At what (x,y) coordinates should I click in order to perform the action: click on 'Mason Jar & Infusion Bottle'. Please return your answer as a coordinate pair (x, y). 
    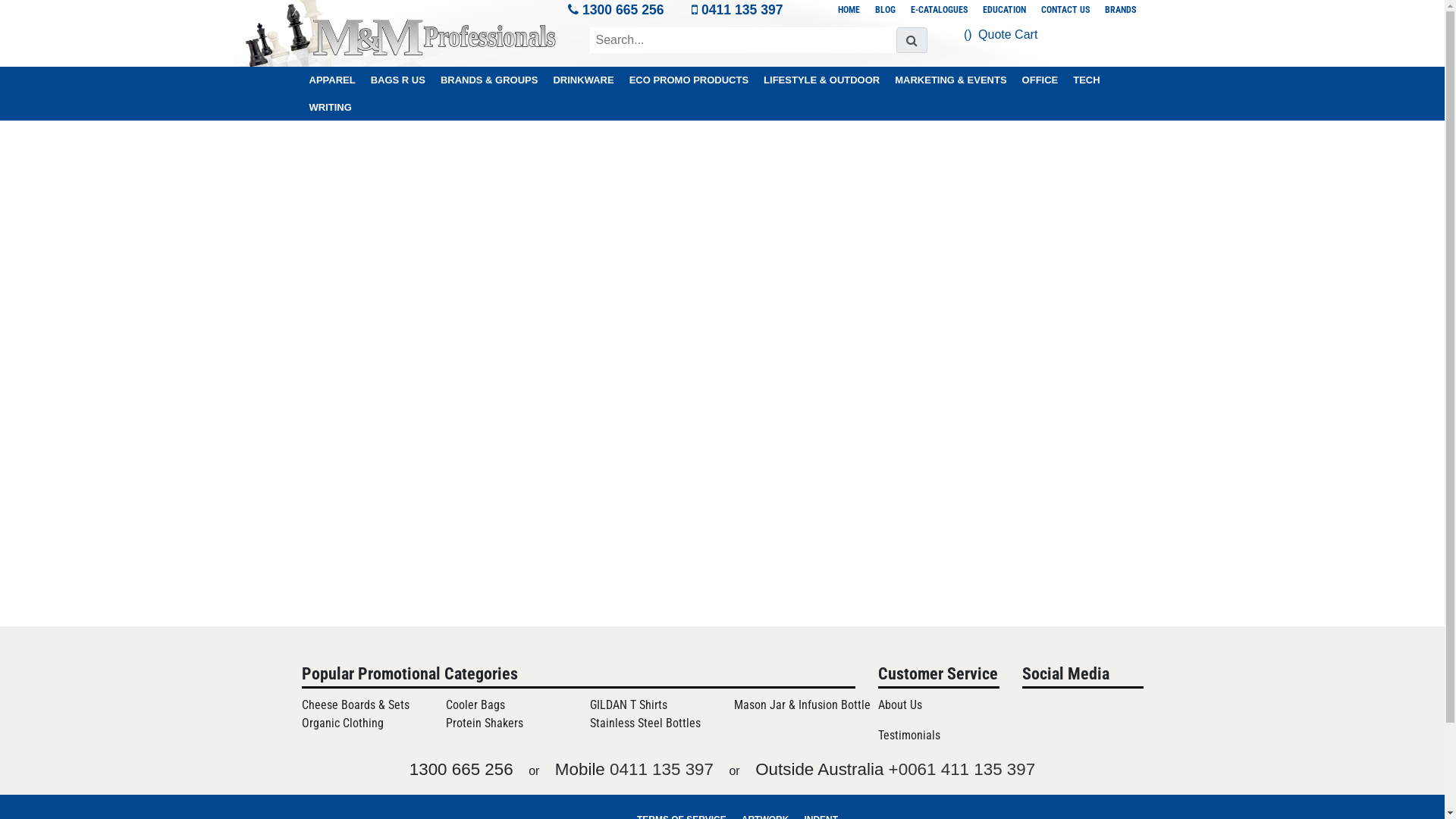
    Looking at the image, I should click on (801, 704).